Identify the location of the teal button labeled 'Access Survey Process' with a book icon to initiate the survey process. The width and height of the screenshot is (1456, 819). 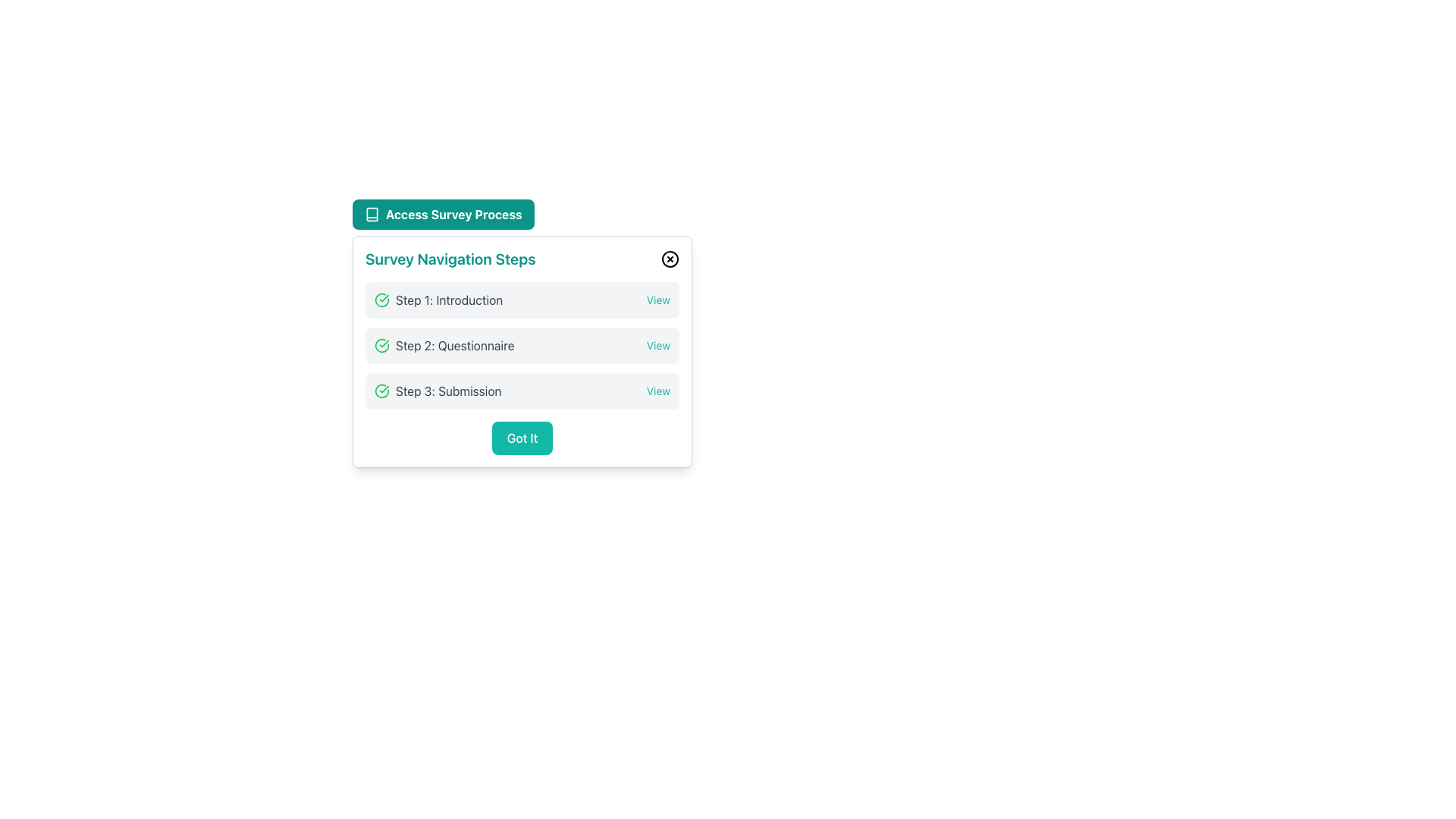
(442, 214).